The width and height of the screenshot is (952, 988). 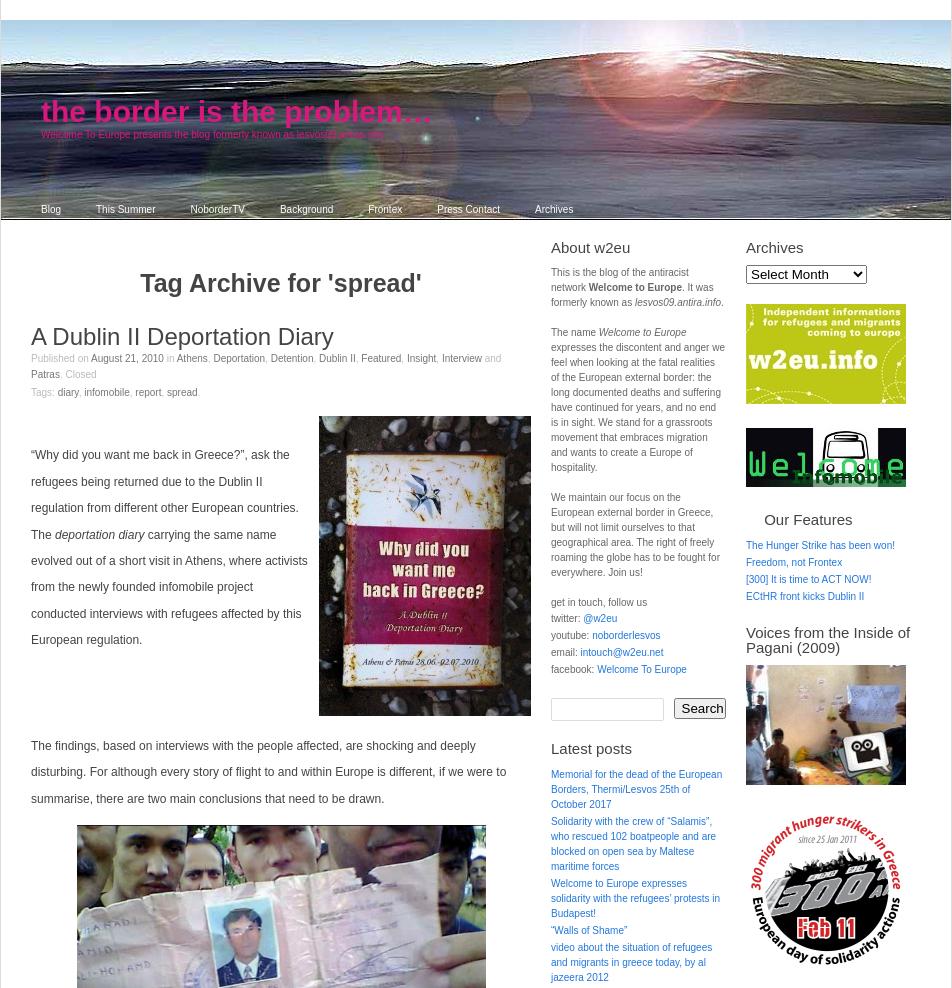 I want to click on 'the border is the problem…', so click(x=236, y=111).